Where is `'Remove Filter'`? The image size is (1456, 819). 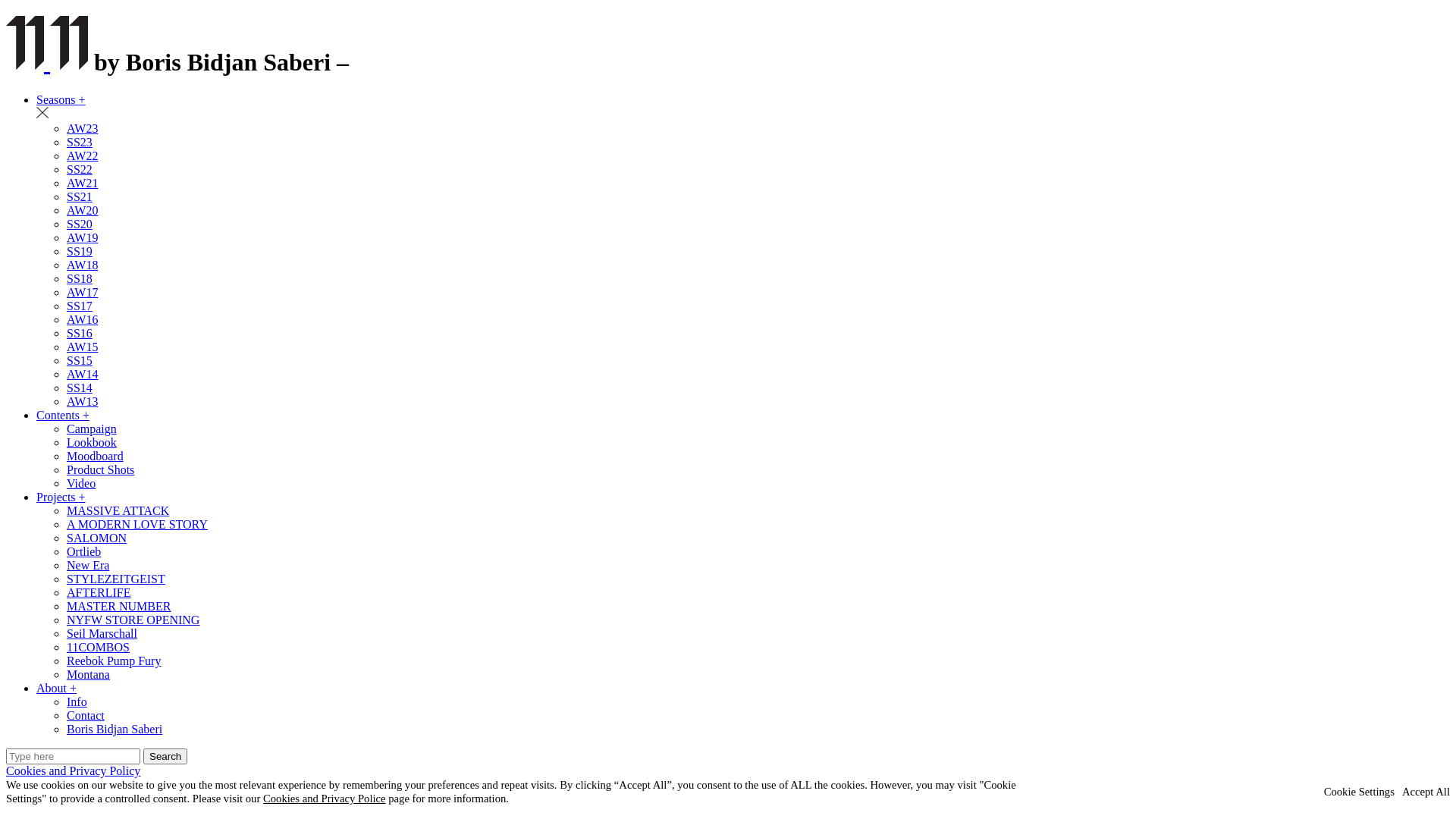
'Remove Filter' is located at coordinates (42, 114).